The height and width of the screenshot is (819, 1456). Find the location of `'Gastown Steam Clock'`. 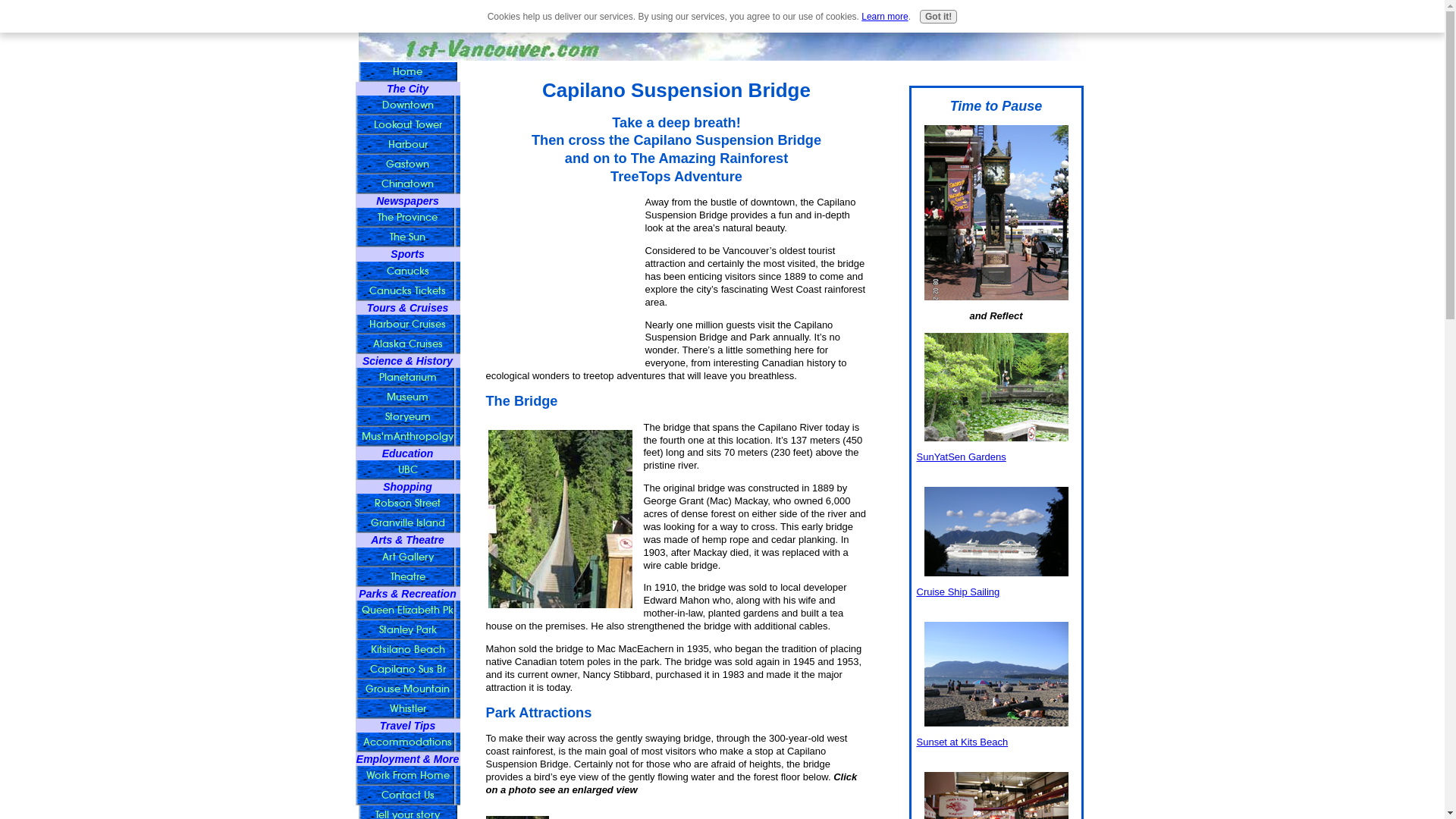

'Gastown Steam Clock' is located at coordinates (996, 212).